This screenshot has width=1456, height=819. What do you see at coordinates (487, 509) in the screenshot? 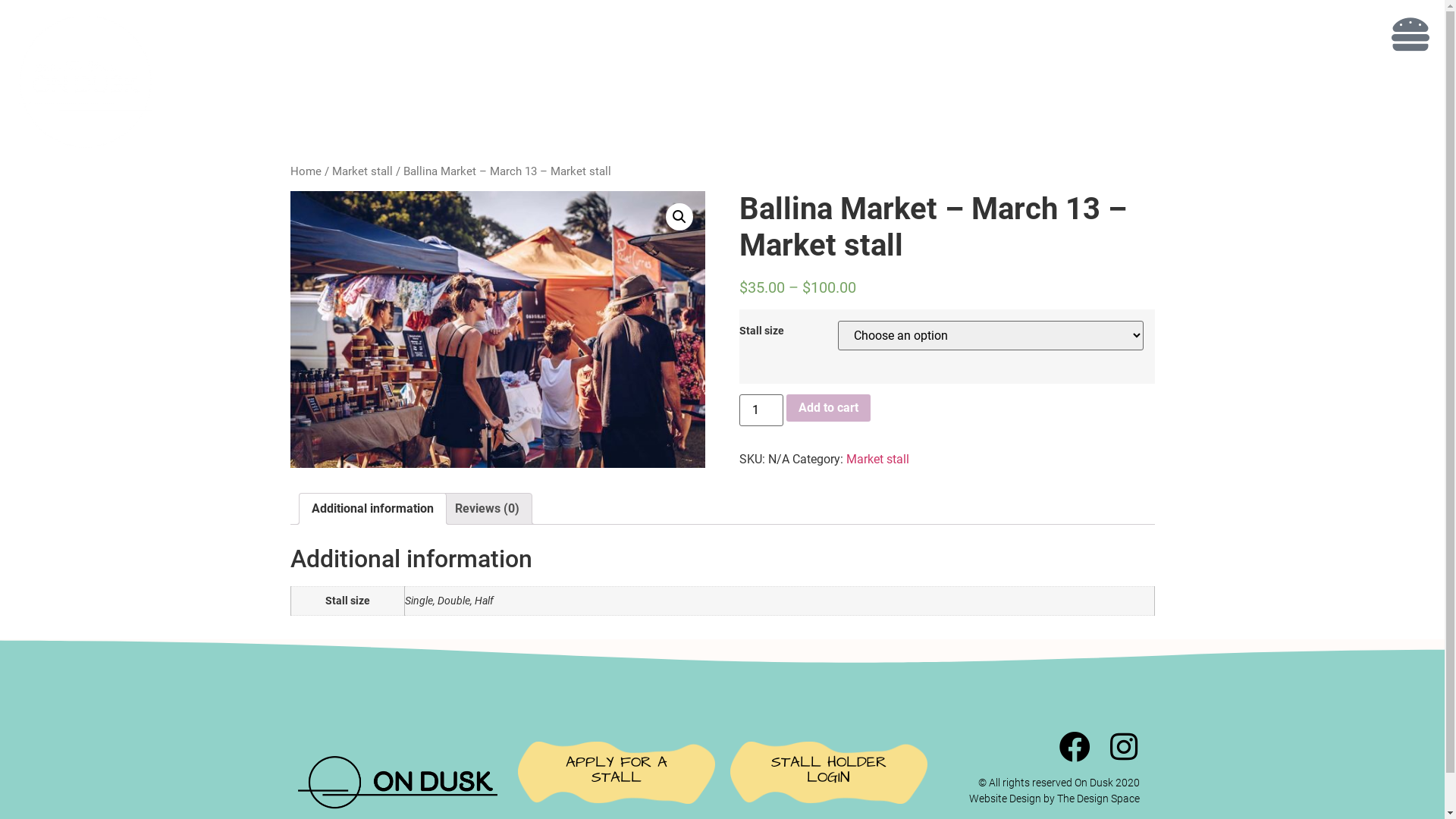
I see `'Reviews (0)'` at bounding box center [487, 509].